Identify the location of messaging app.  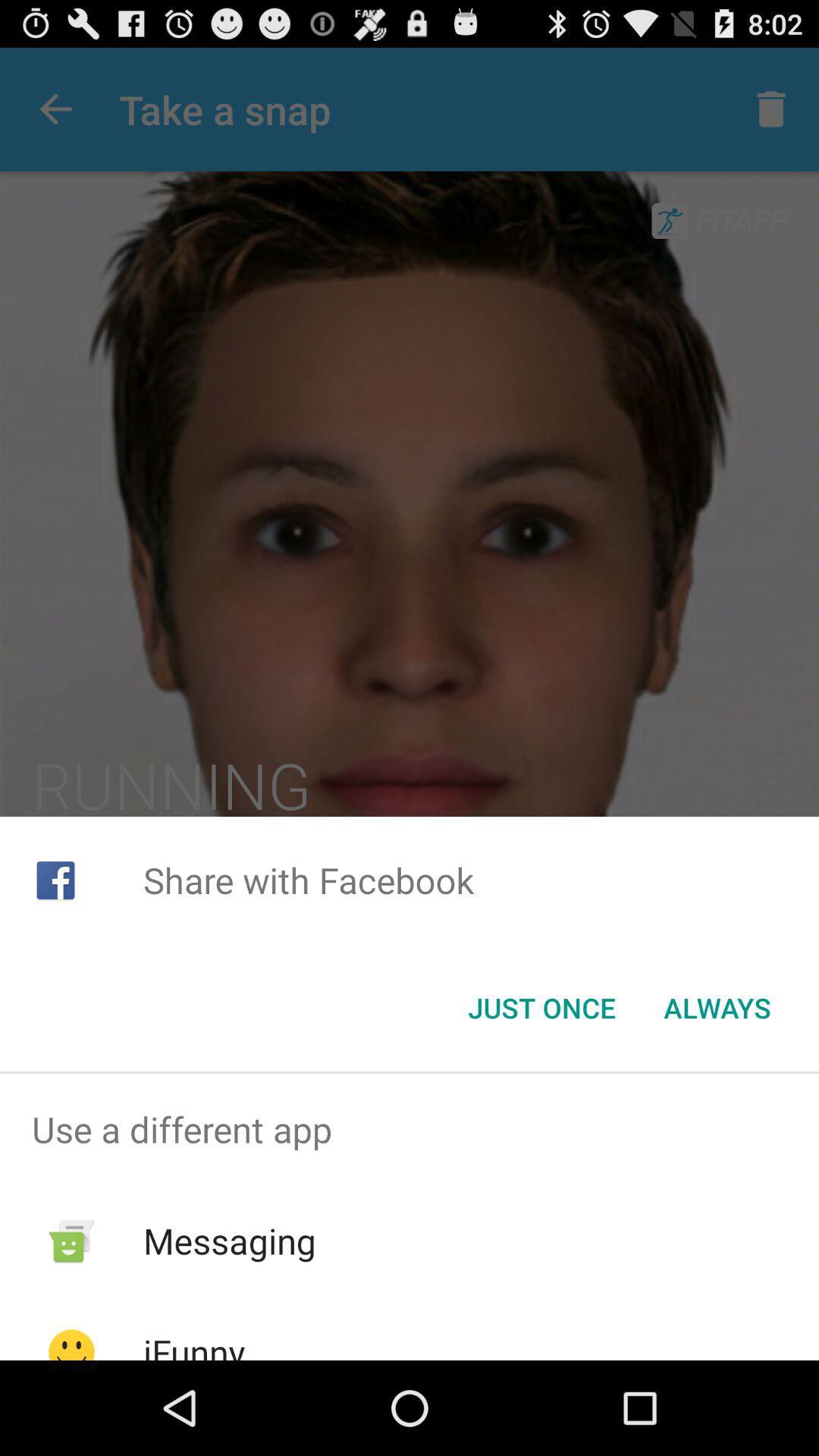
(230, 1241).